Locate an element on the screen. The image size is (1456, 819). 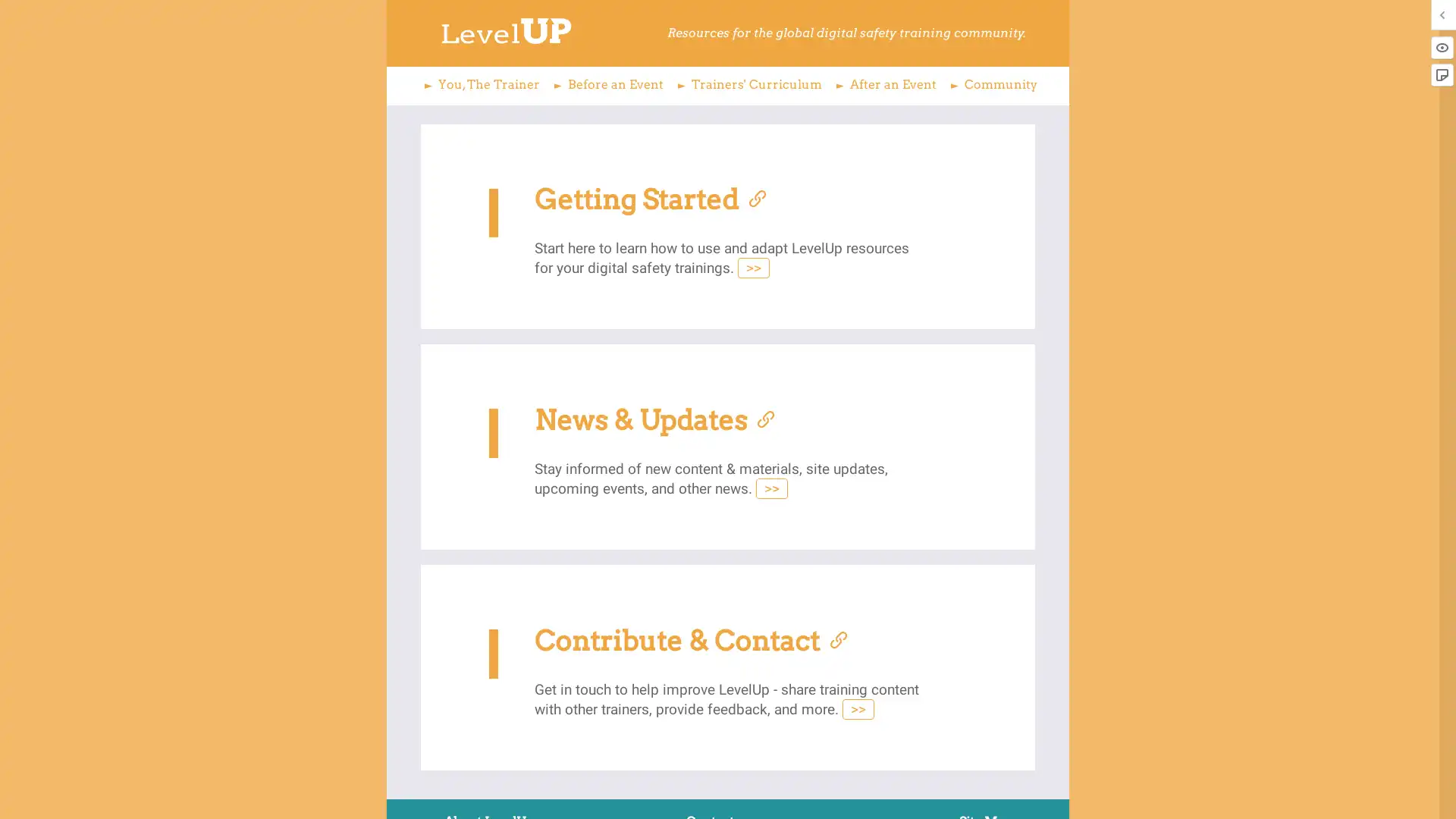
New page note is located at coordinates (1441, 75).